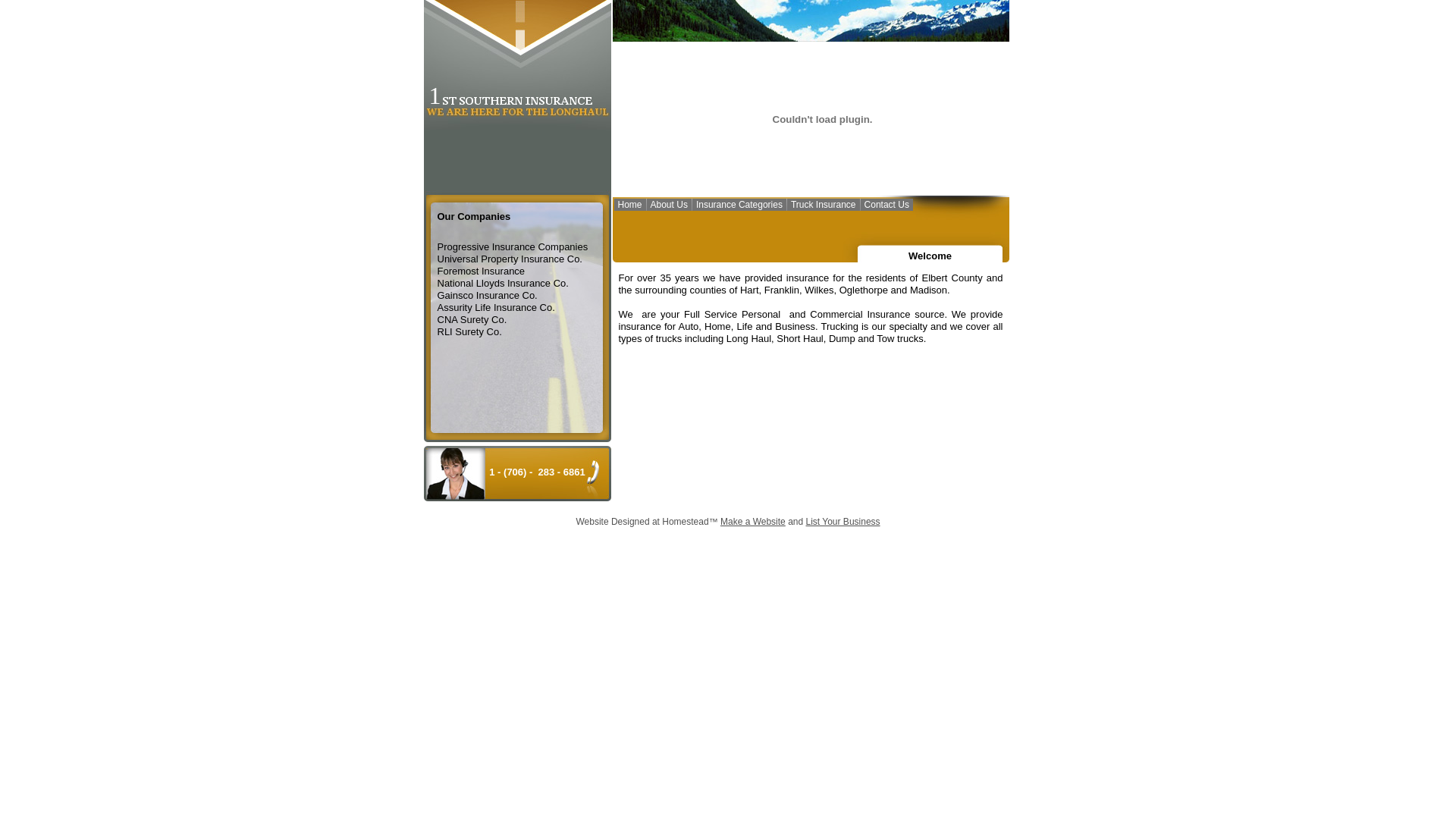 The image size is (1456, 819). What do you see at coordinates (739, 206) in the screenshot?
I see `'Insurance Categories'` at bounding box center [739, 206].